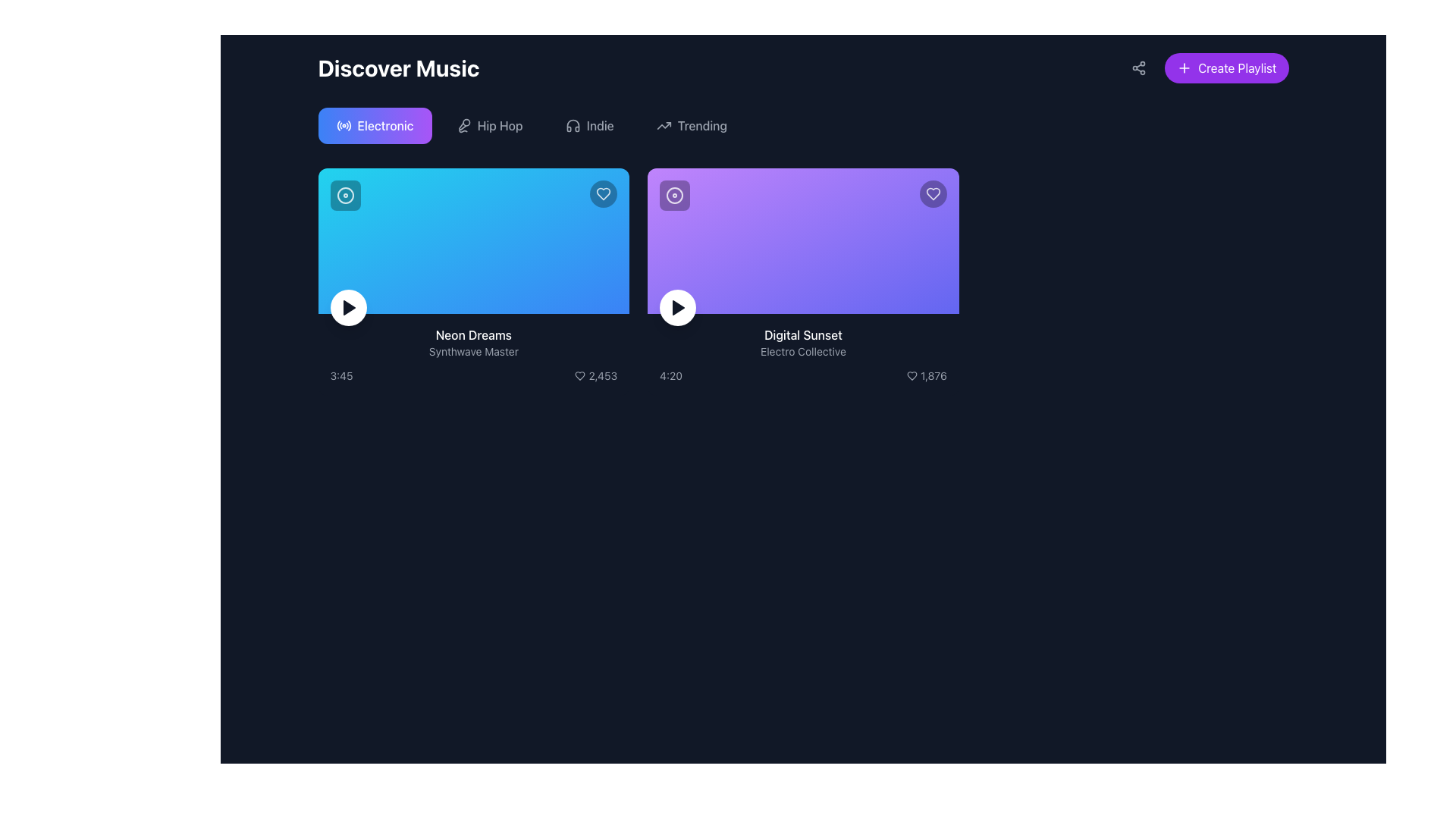 The width and height of the screenshot is (1456, 819). What do you see at coordinates (375, 124) in the screenshot?
I see `the 'Electronic' category selector button in the 'Discover Music' section` at bounding box center [375, 124].